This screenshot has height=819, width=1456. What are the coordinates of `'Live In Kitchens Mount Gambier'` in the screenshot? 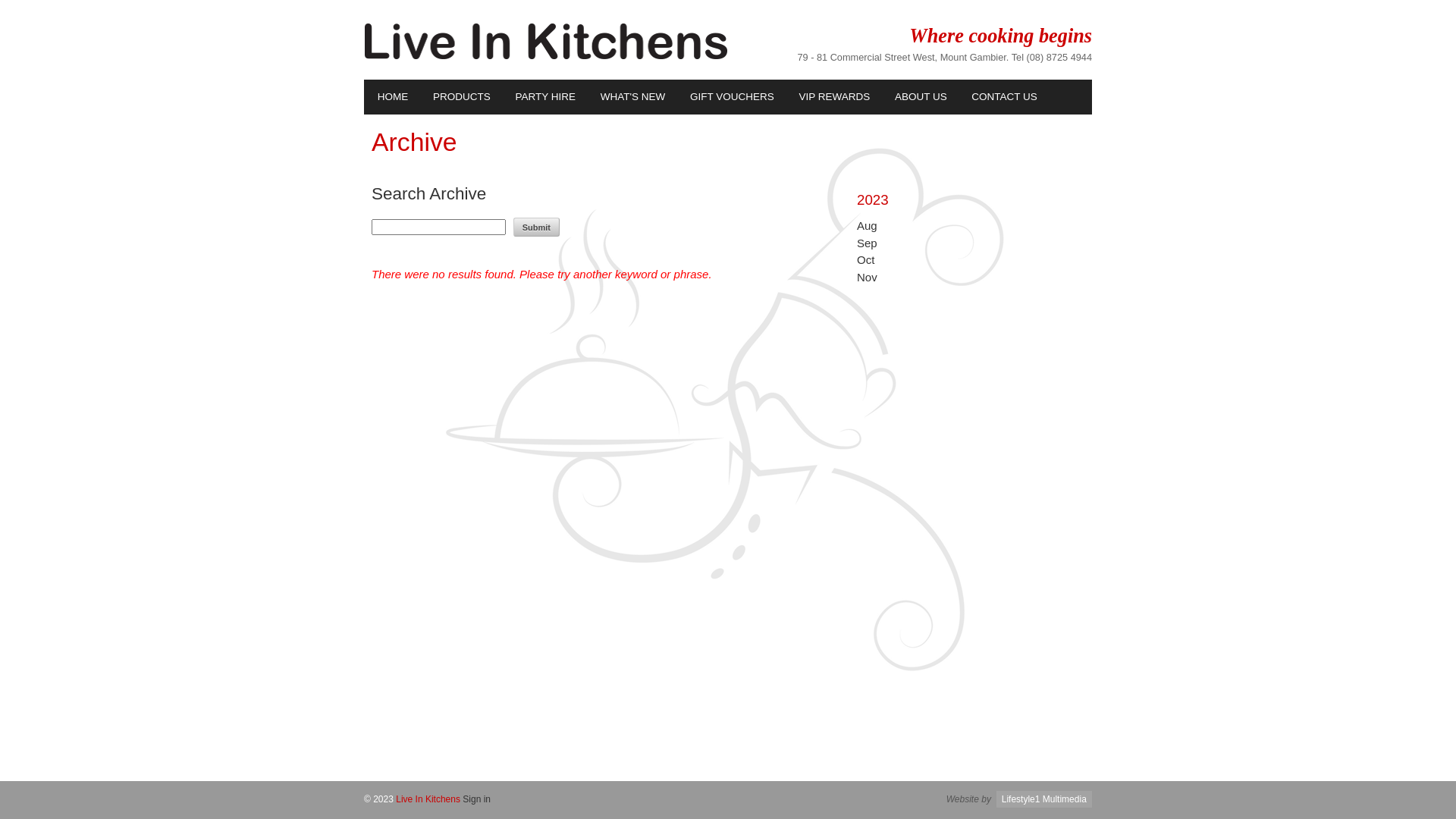 It's located at (546, 40).